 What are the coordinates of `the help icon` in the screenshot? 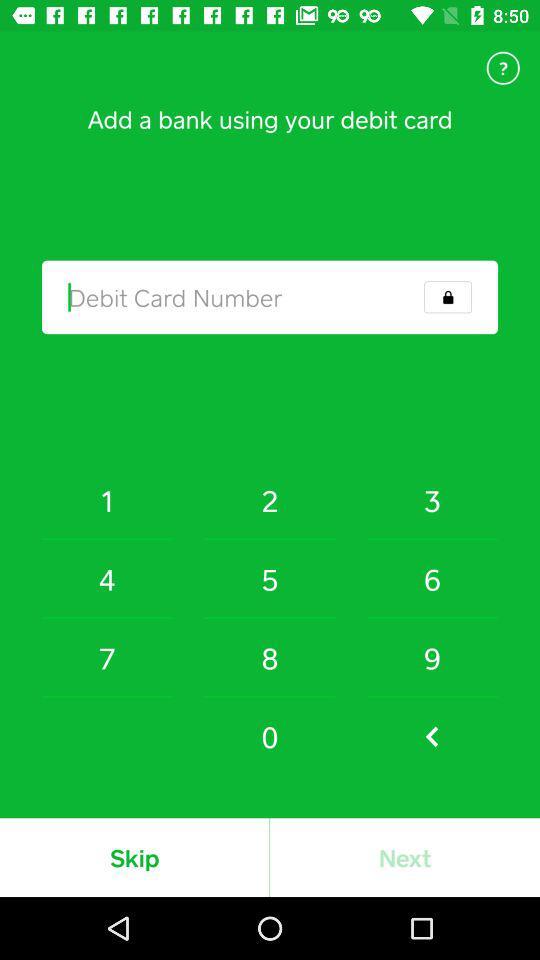 It's located at (502, 68).